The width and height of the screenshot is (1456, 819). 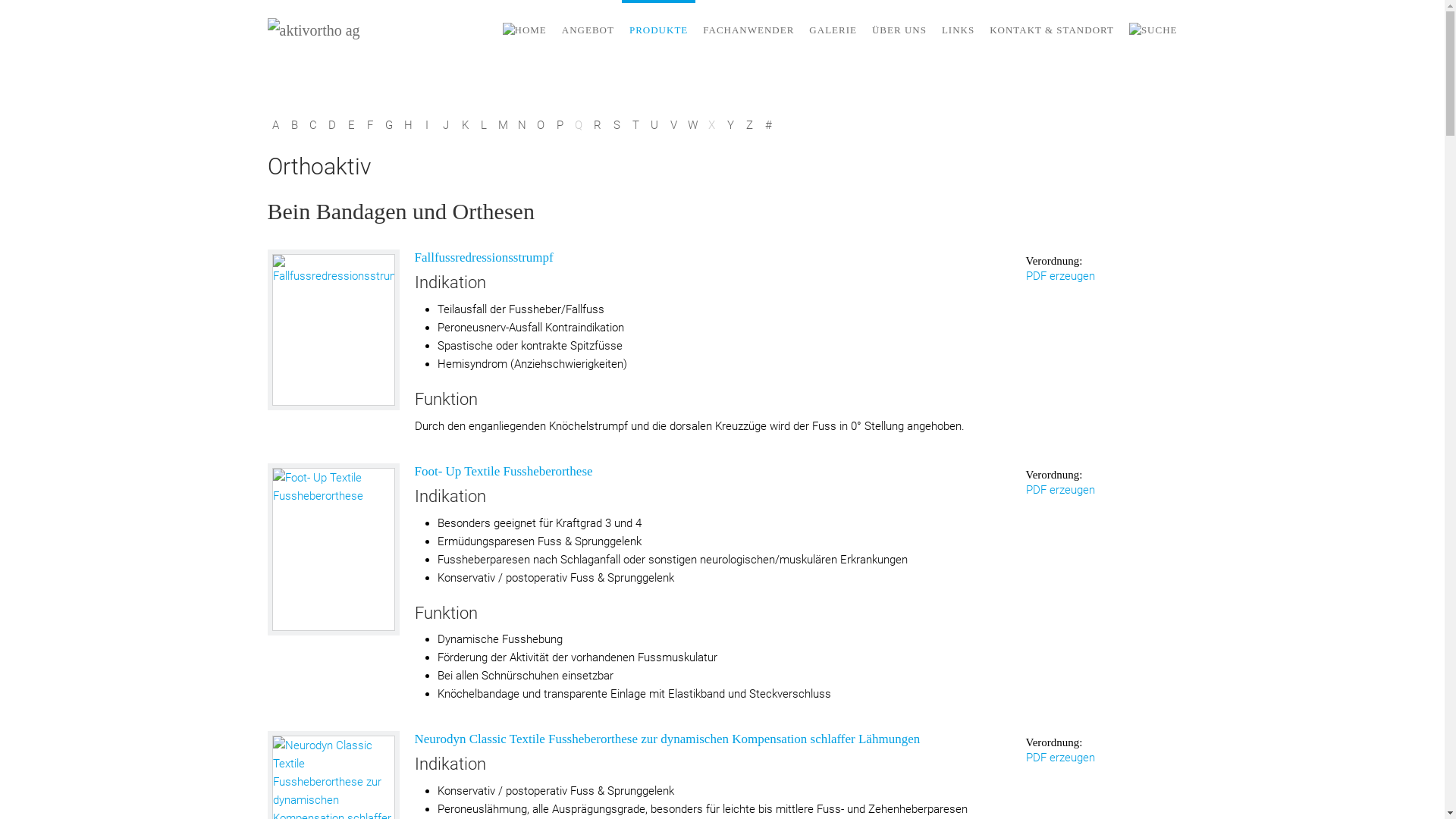 I want to click on 'B', so click(x=294, y=124).